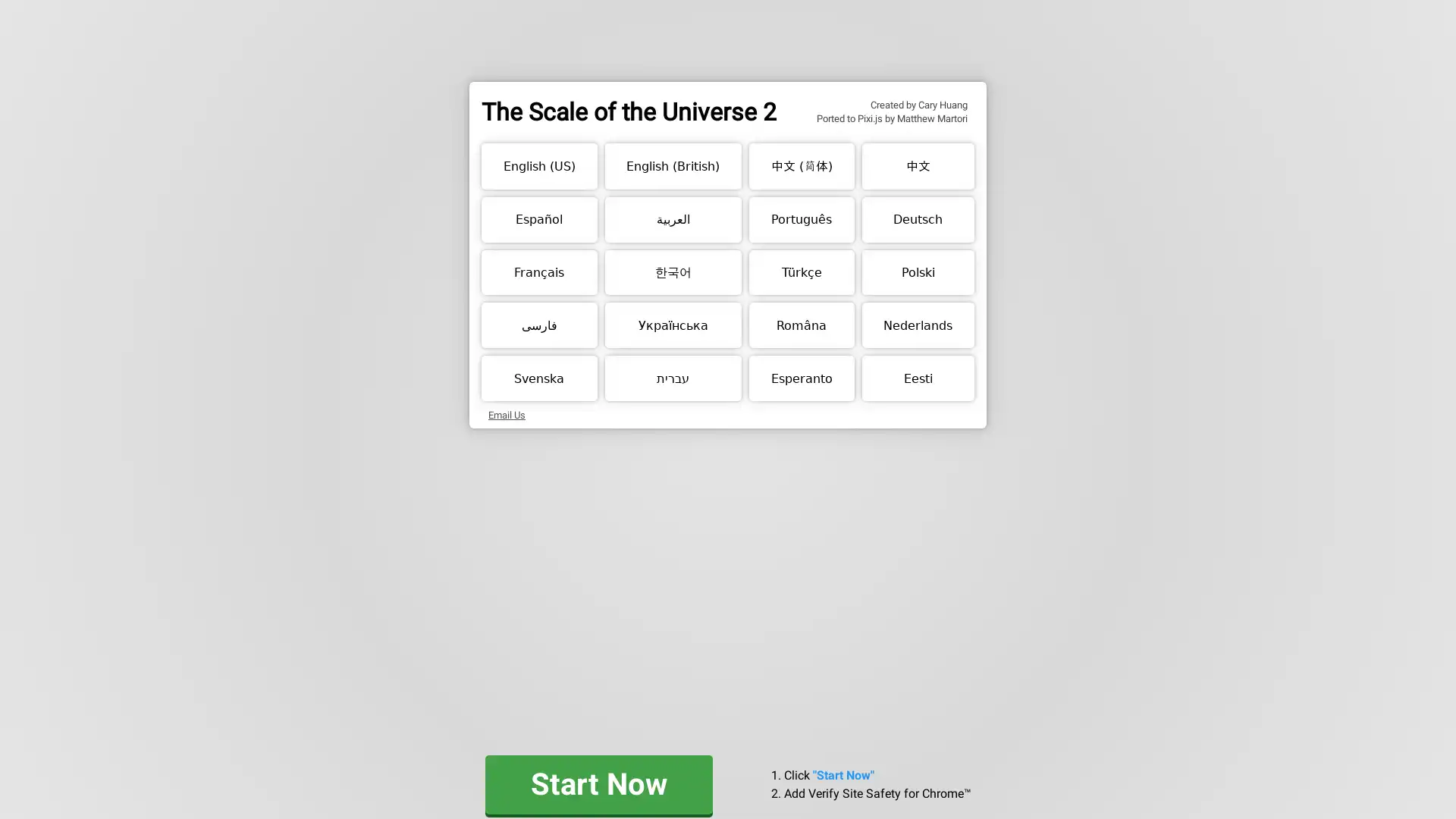 The height and width of the screenshot is (819, 1456). Describe the element at coordinates (538, 271) in the screenshot. I see `Francais` at that location.